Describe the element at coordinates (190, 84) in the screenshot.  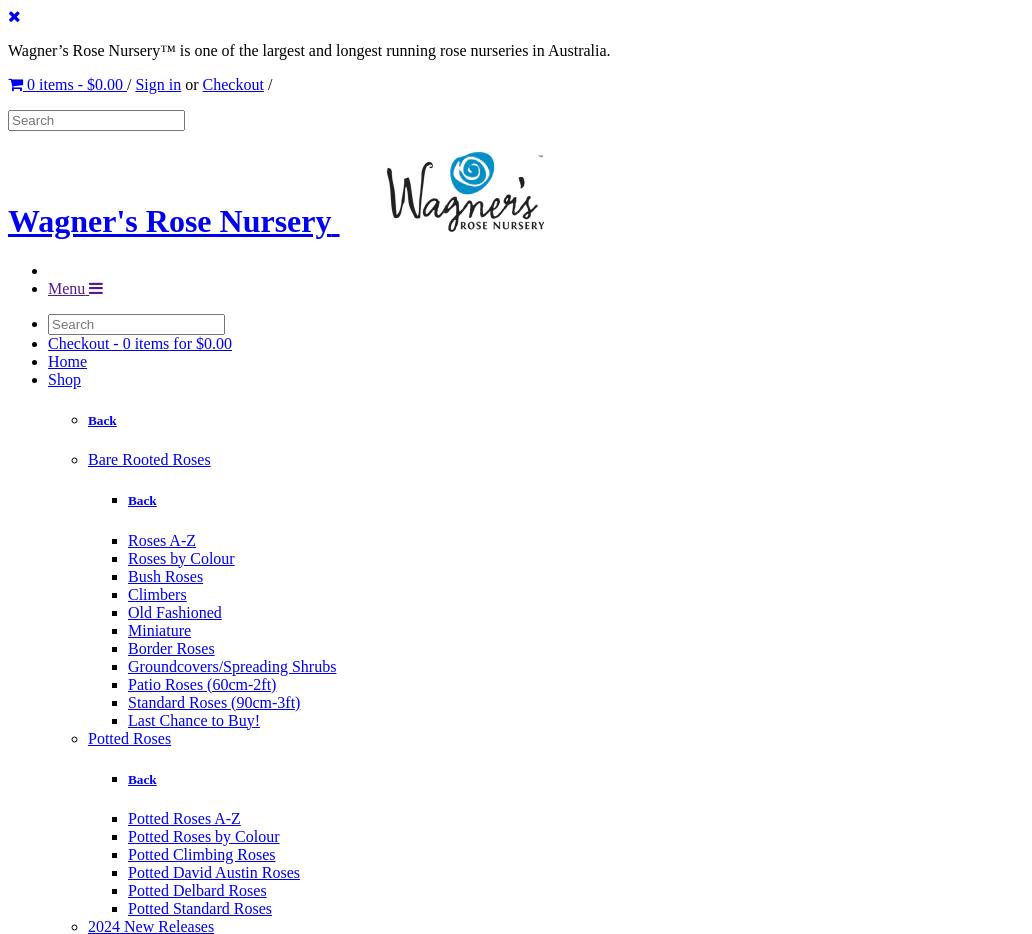
I see `'or'` at that location.